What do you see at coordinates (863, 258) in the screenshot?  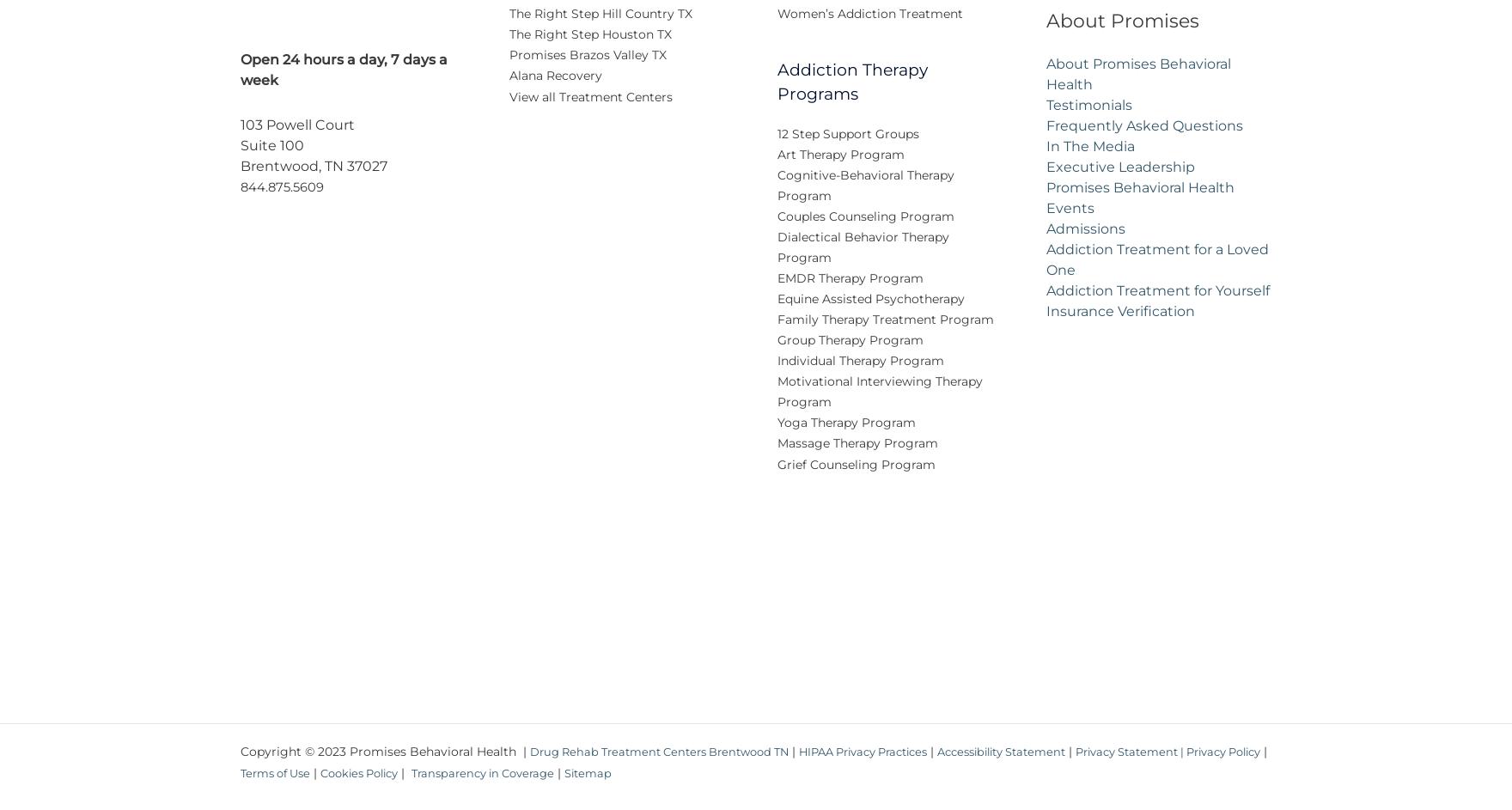 I see `'Dialectical Behavior Therapy Program'` at bounding box center [863, 258].